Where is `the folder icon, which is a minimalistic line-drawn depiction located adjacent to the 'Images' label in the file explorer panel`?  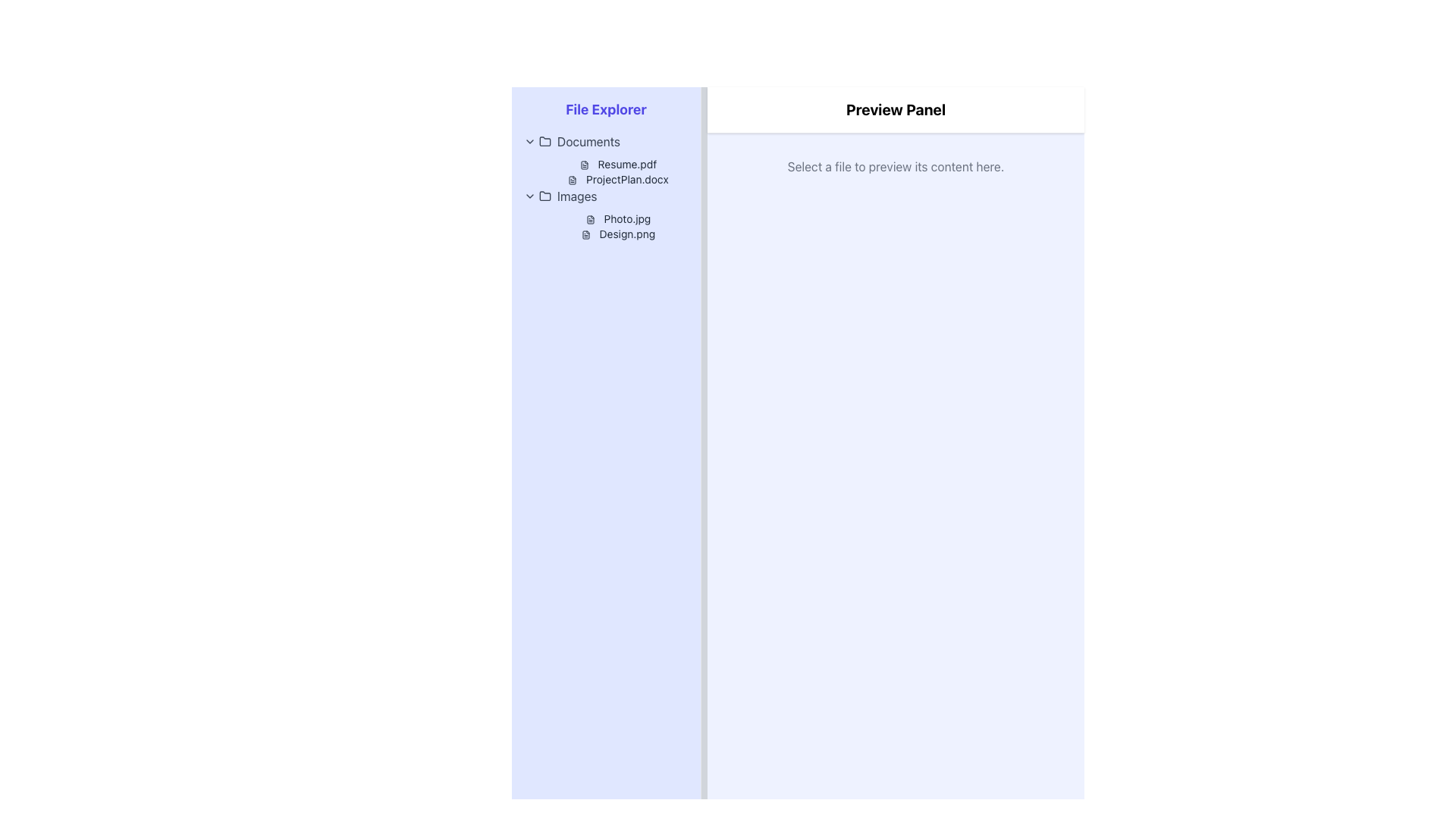 the folder icon, which is a minimalistic line-drawn depiction located adjacent to the 'Images' label in the file explorer panel is located at coordinates (545, 140).